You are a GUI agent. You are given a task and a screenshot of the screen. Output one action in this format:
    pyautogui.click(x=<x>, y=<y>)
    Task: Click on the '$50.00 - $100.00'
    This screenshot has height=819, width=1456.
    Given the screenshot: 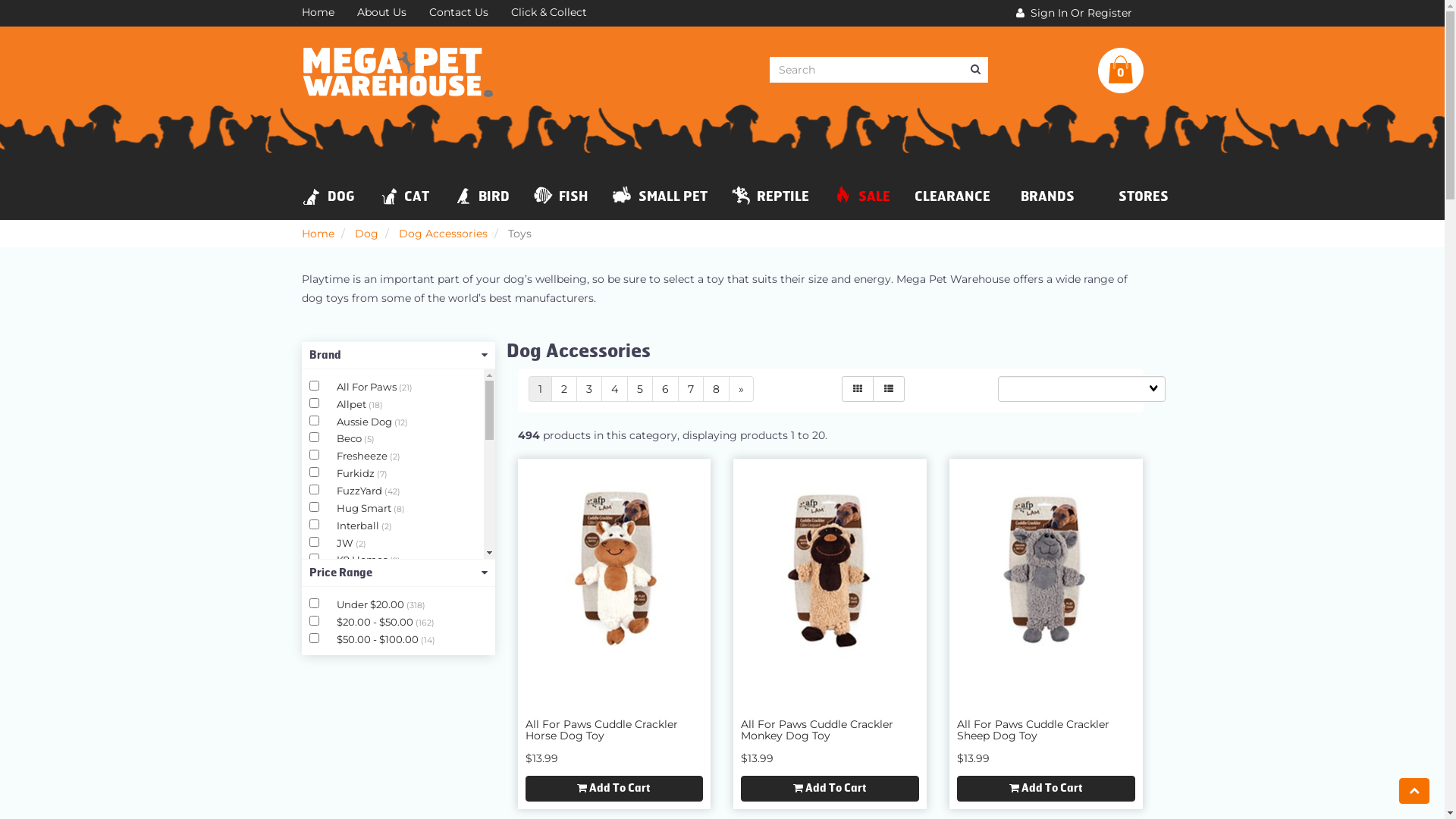 What is the action you would take?
    pyautogui.click(x=378, y=639)
    